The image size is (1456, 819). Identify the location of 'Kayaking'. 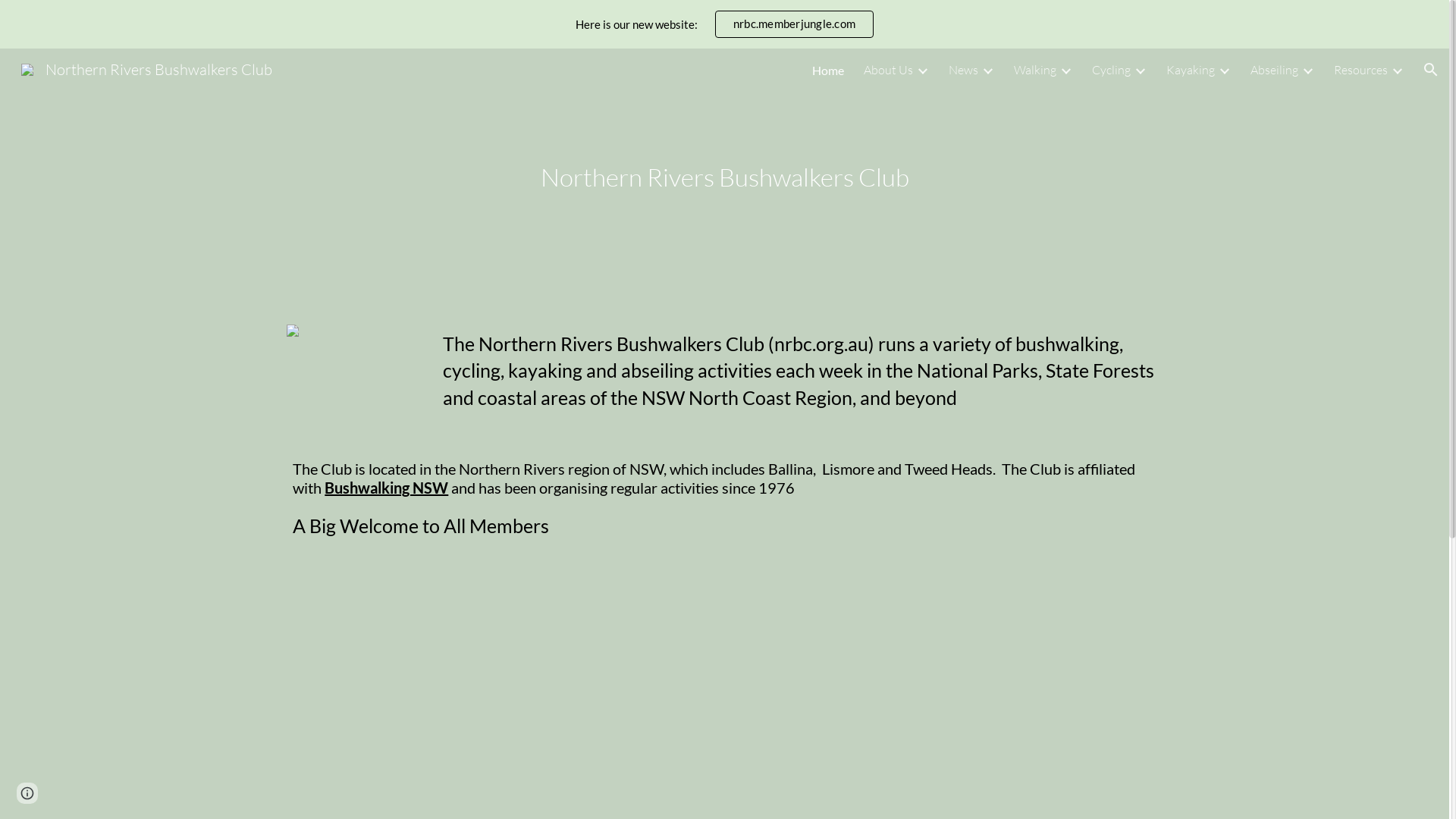
(1189, 70).